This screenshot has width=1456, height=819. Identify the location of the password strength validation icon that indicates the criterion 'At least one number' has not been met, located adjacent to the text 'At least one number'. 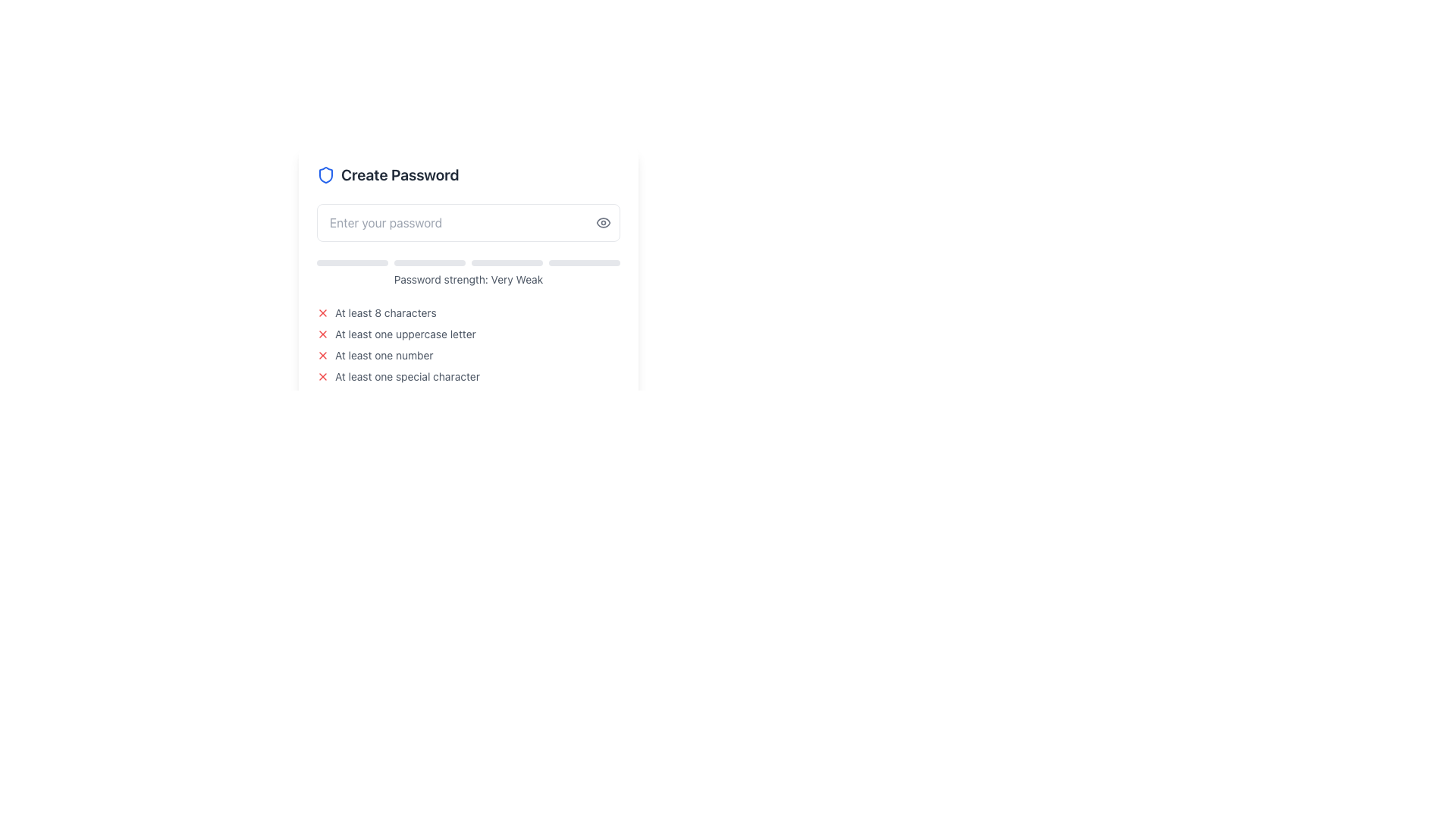
(322, 356).